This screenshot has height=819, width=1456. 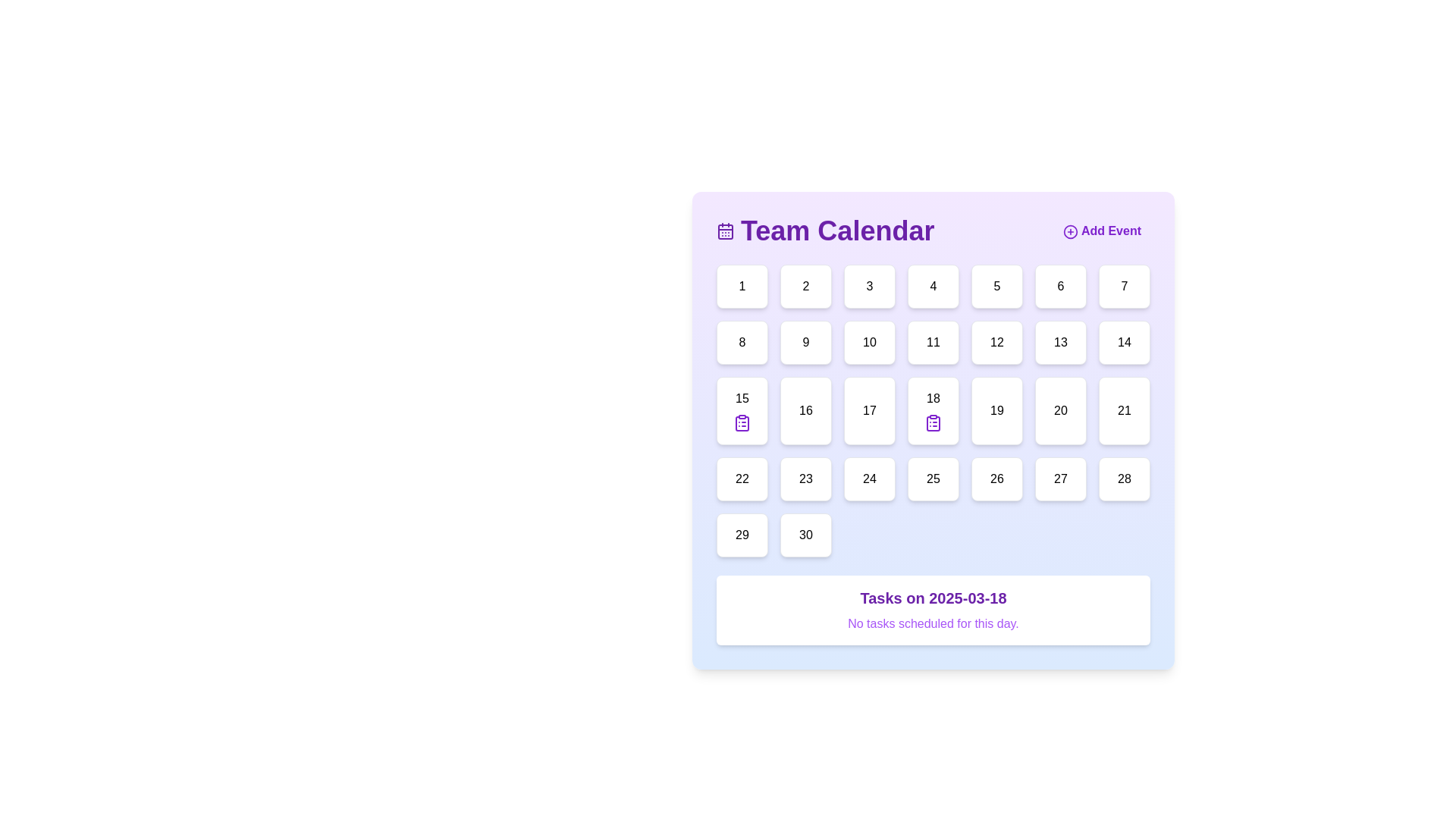 I want to click on the calendar button displaying the number '23', so click(x=805, y=479).